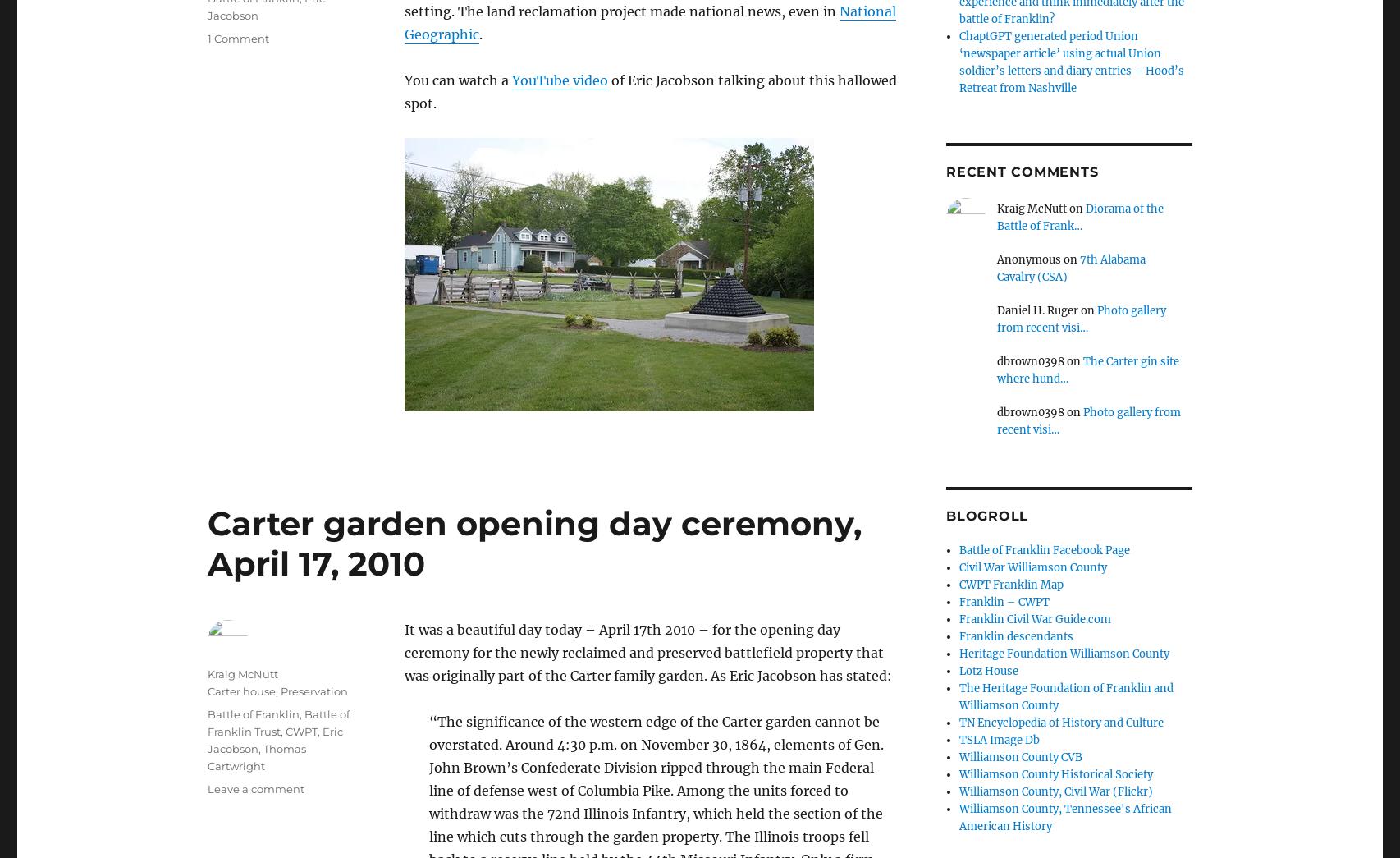 This screenshot has width=1400, height=858. What do you see at coordinates (1041, 208) in the screenshot?
I see `'Kraig McNutt on'` at bounding box center [1041, 208].